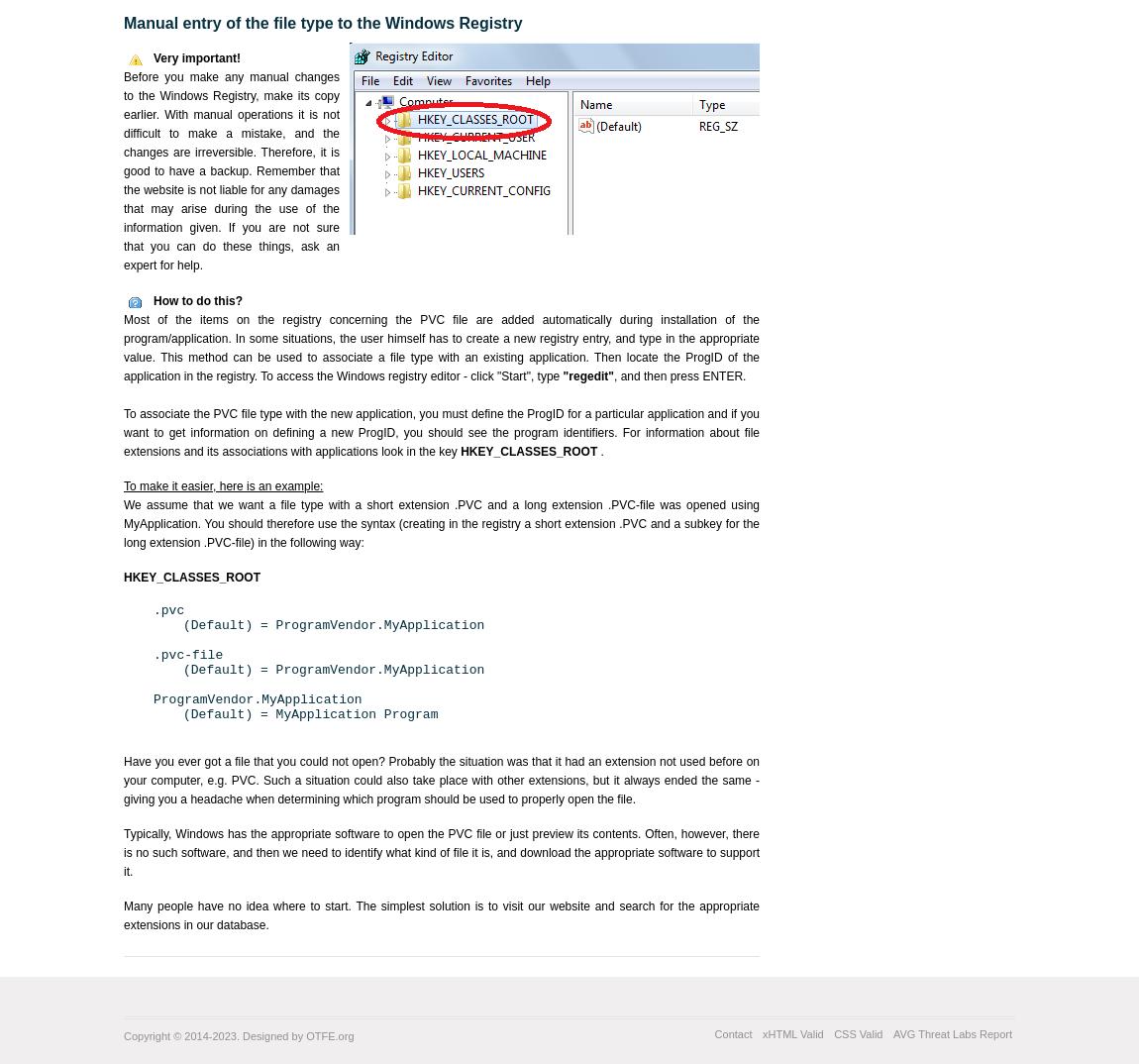 Image resolution: width=1139 pixels, height=1064 pixels. What do you see at coordinates (186, 654) in the screenshot?
I see `'.pvc-file'` at bounding box center [186, 654].